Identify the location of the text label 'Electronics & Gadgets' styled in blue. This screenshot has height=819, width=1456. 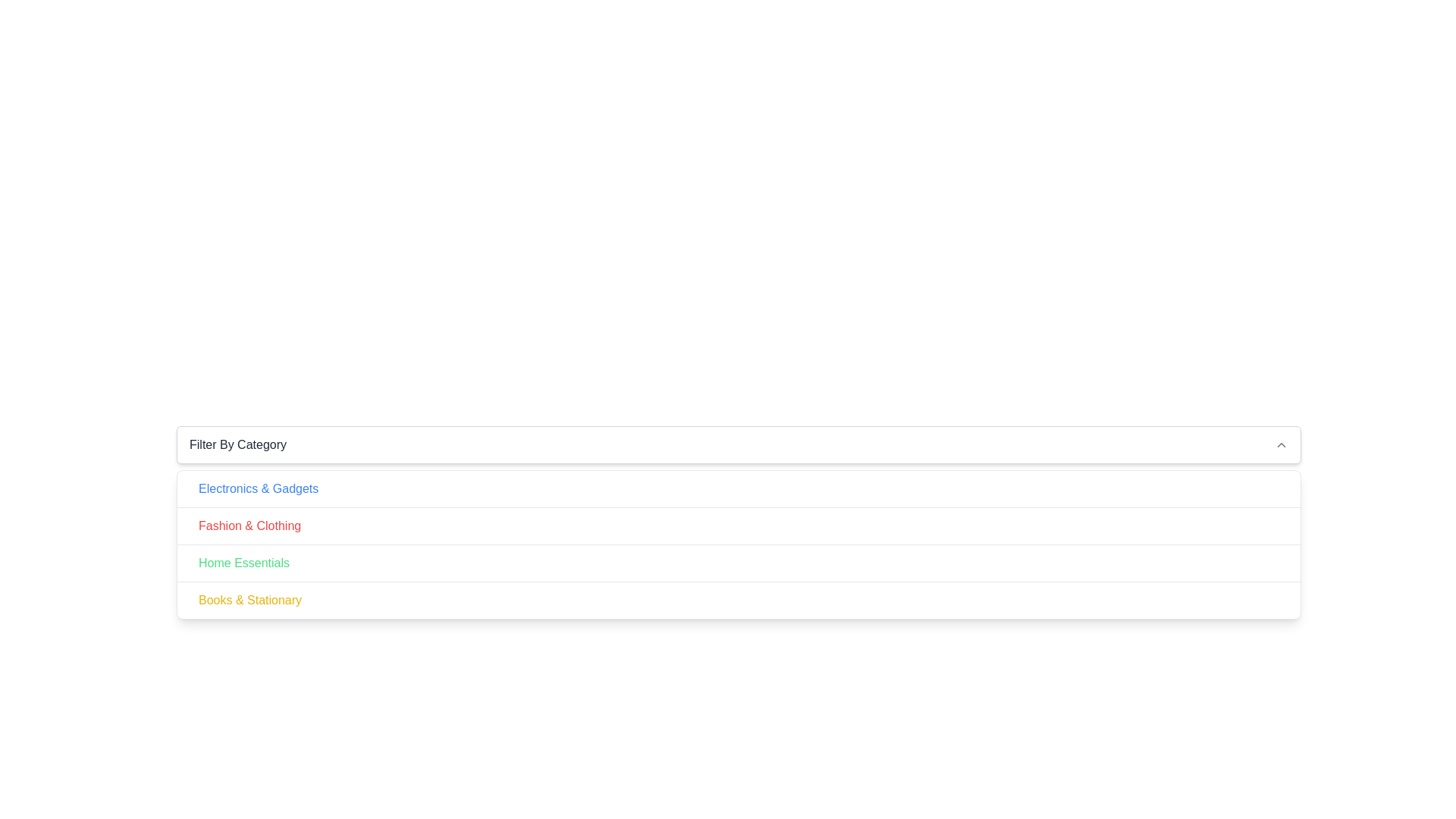
(259, 488).